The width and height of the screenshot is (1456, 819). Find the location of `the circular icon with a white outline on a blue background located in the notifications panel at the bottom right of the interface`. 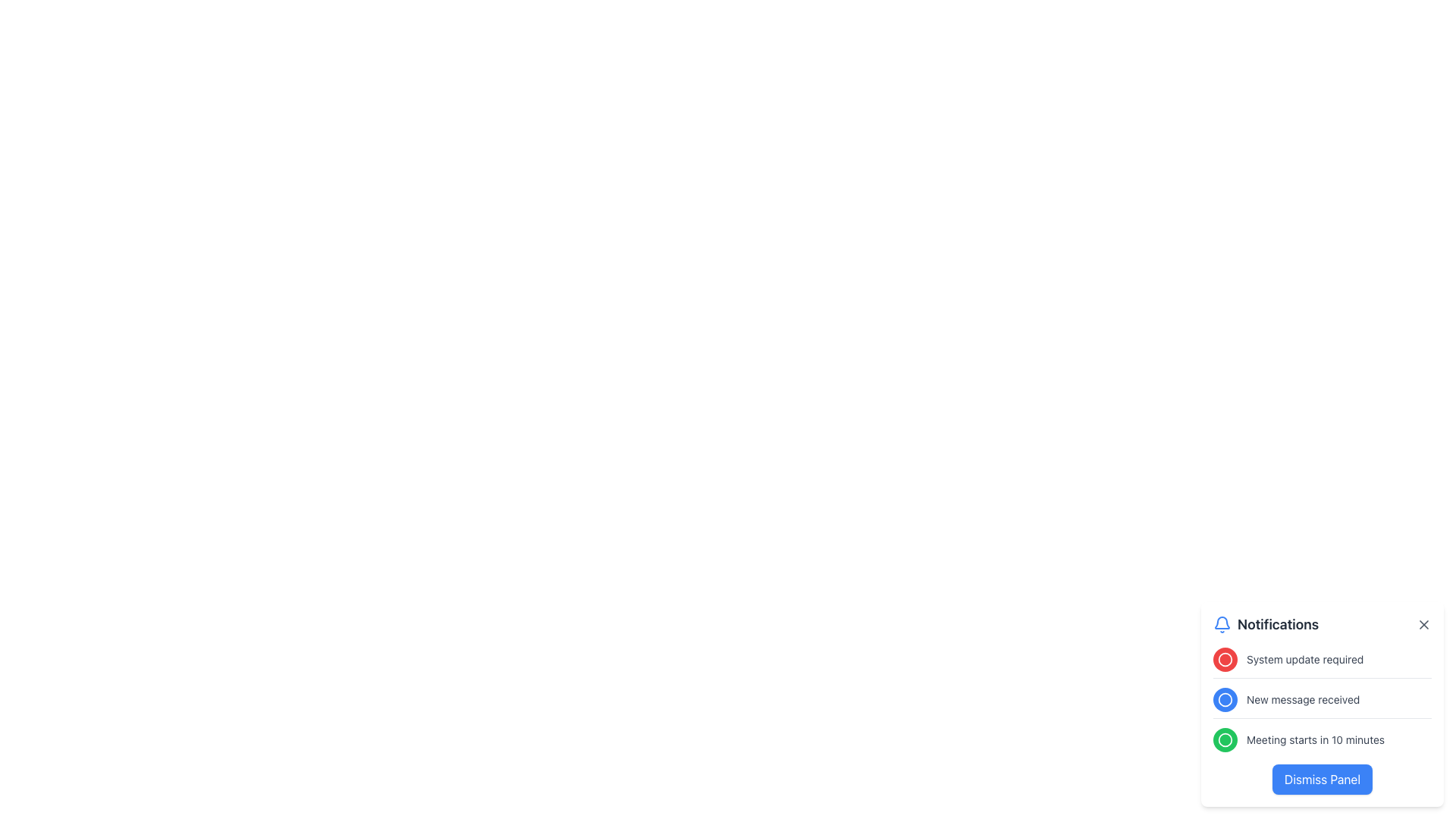

the circular icon with a white outline on a blue background located in the notifications panel at the bottom right of the interface is located at coordinates (1225, 699).